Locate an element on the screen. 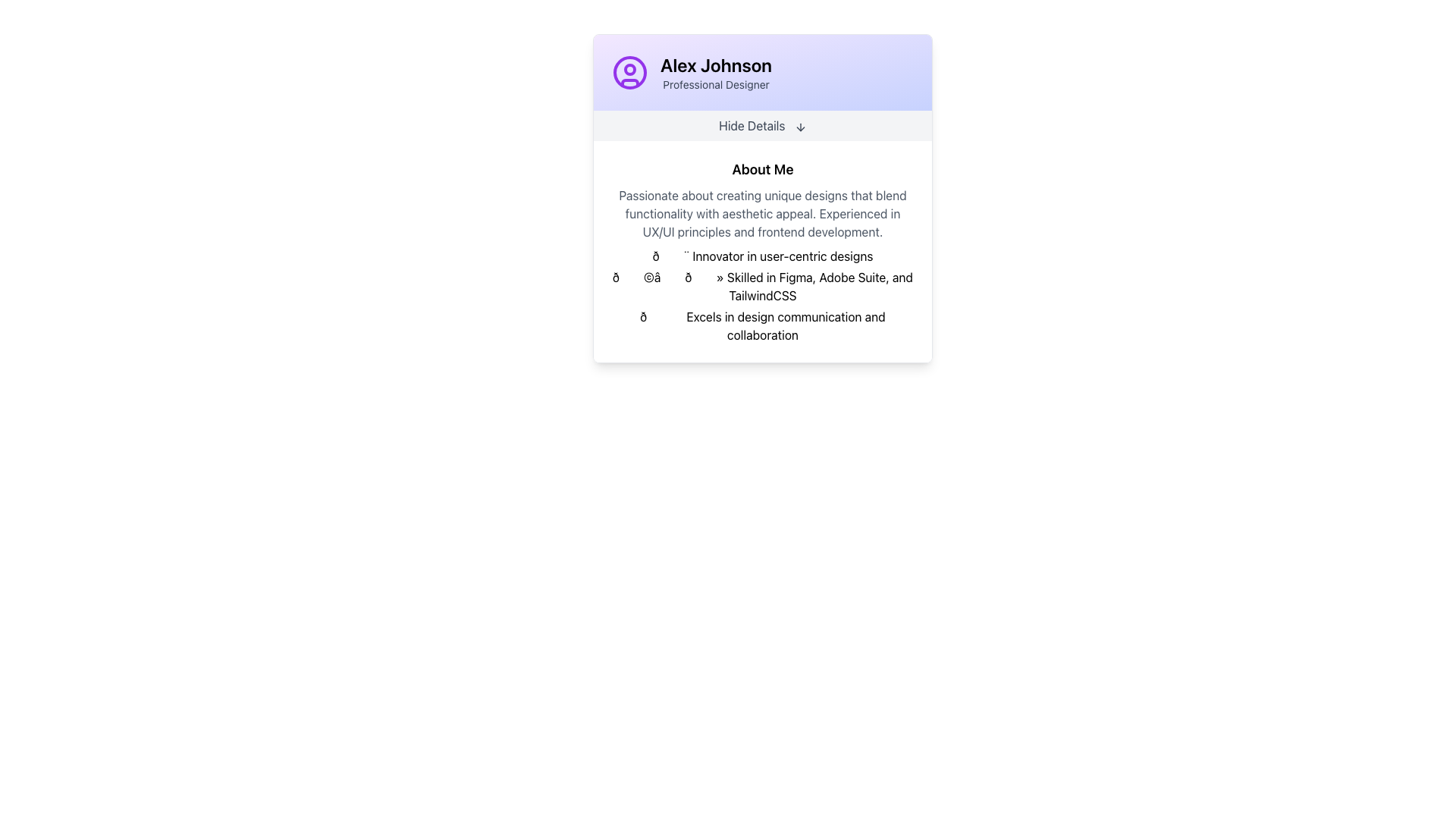  the professional title text displayed below 'Alex Johnson' in the profile card layout is located at coordinates (715, 84).